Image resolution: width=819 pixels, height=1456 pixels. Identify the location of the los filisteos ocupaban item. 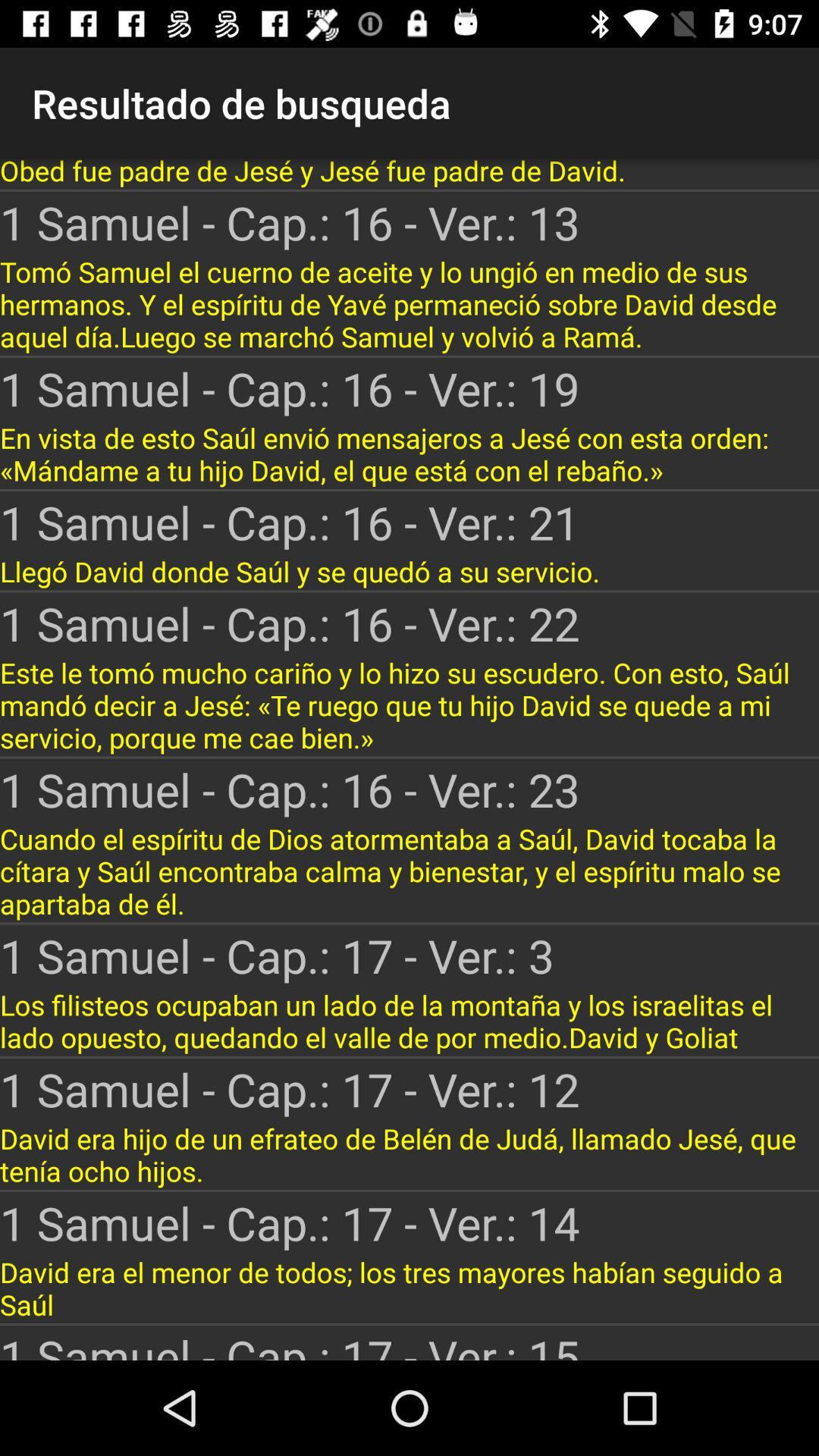
(409, 1021).